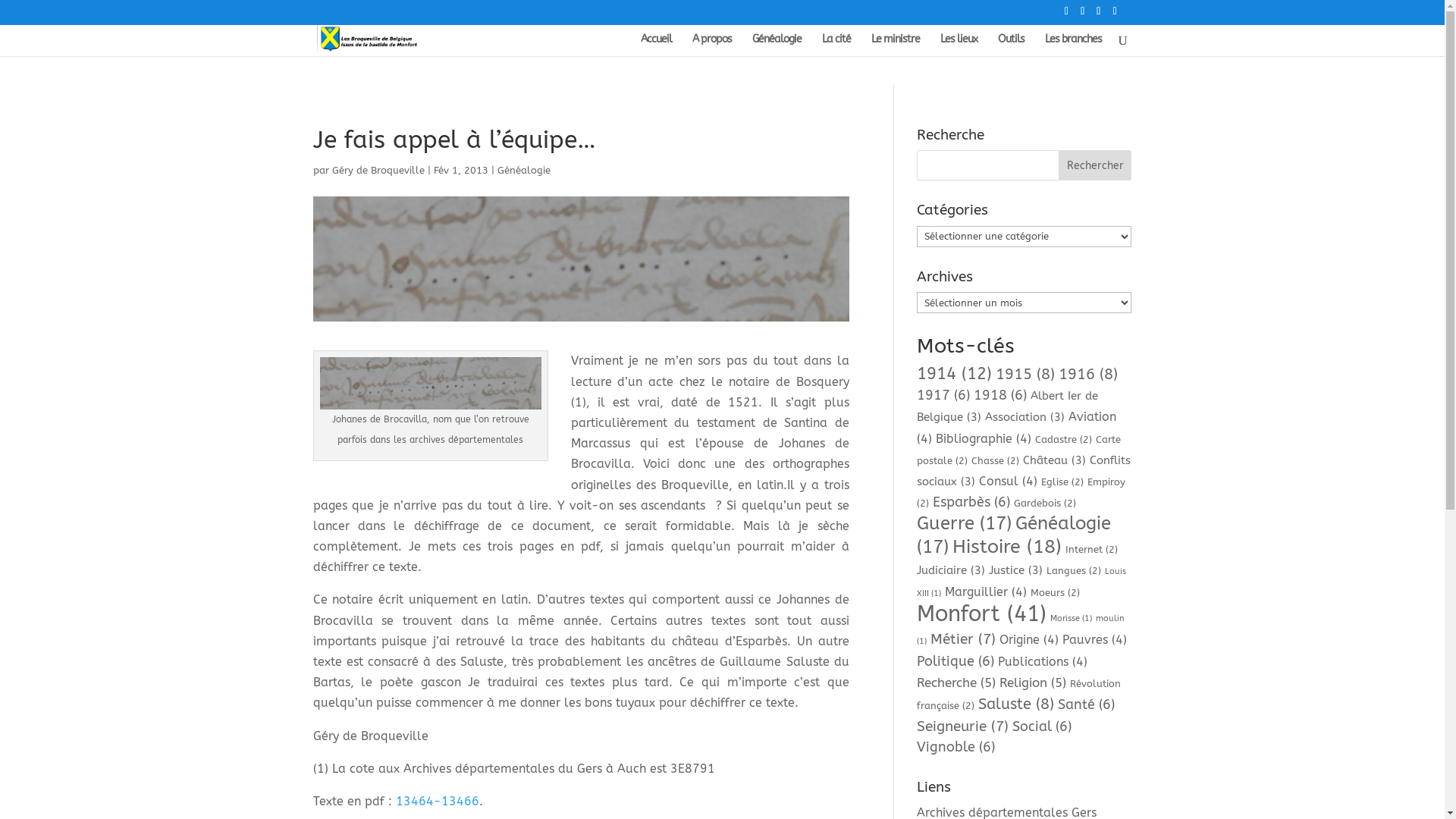  Describe the element at coordinates (949, 570) in the screenshot. I see `'Judiciaire (3)'` at that location.